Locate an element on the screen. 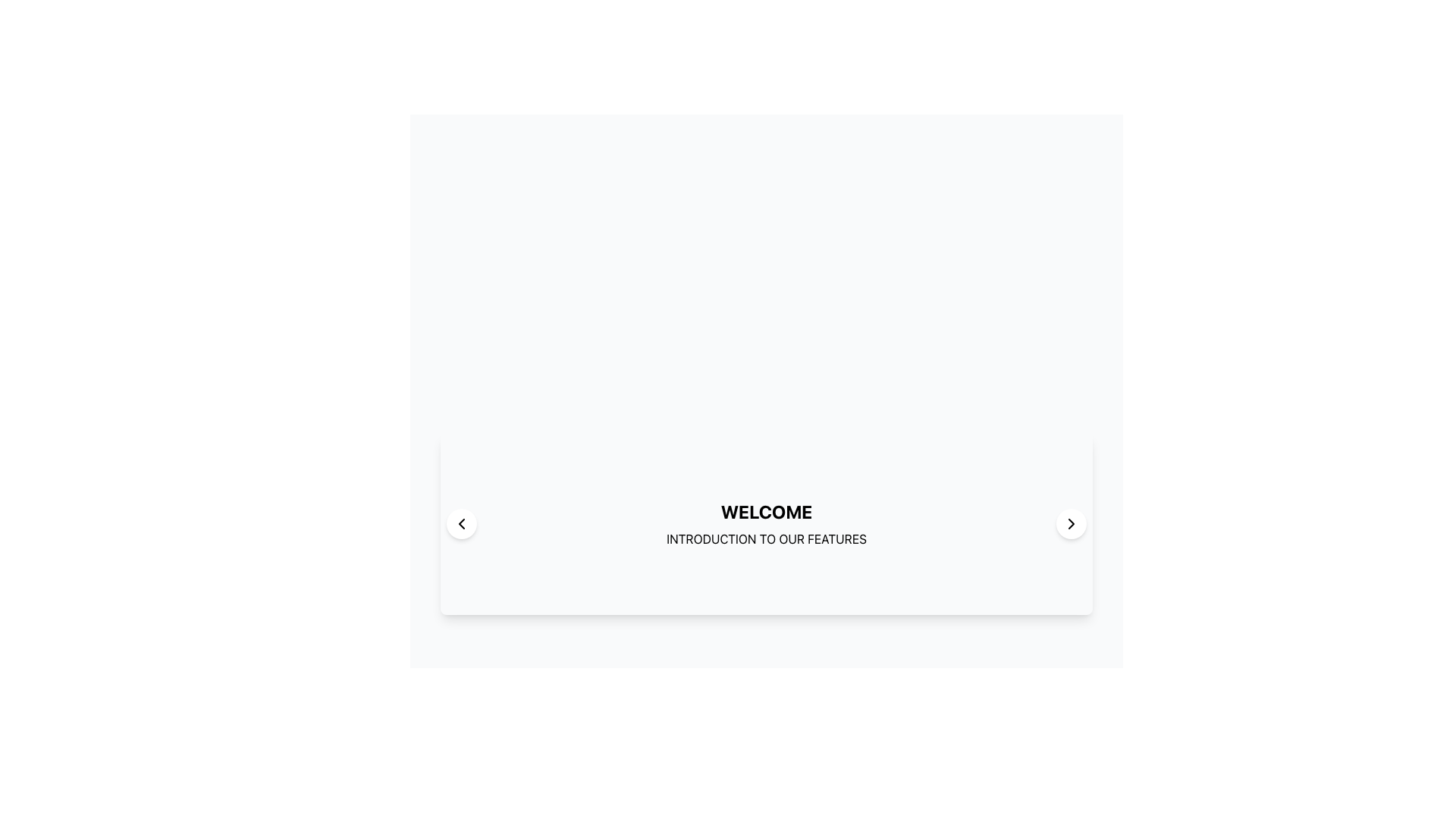  the bold, large-sized text displaying 'Welcome', which is prominently styled in black and positioned above the smaller text 'Introduction to our features' is located at coordinates (767, 512).